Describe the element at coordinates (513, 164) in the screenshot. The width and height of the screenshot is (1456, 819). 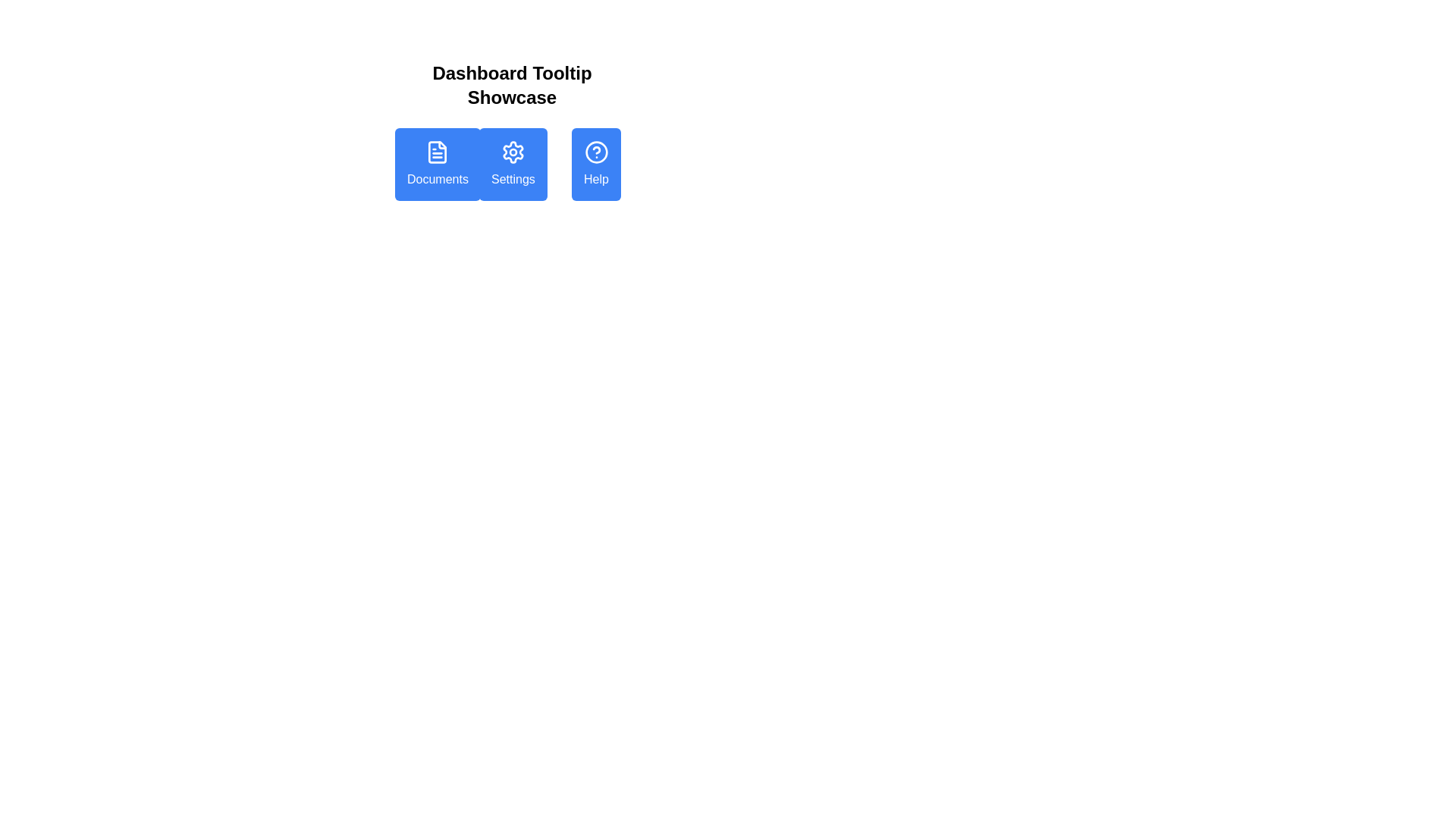
I see `the middle button located between the 'Documents' button on the left and the 'Help' button on the right, which navigates to the settings page when clicked` at that location.